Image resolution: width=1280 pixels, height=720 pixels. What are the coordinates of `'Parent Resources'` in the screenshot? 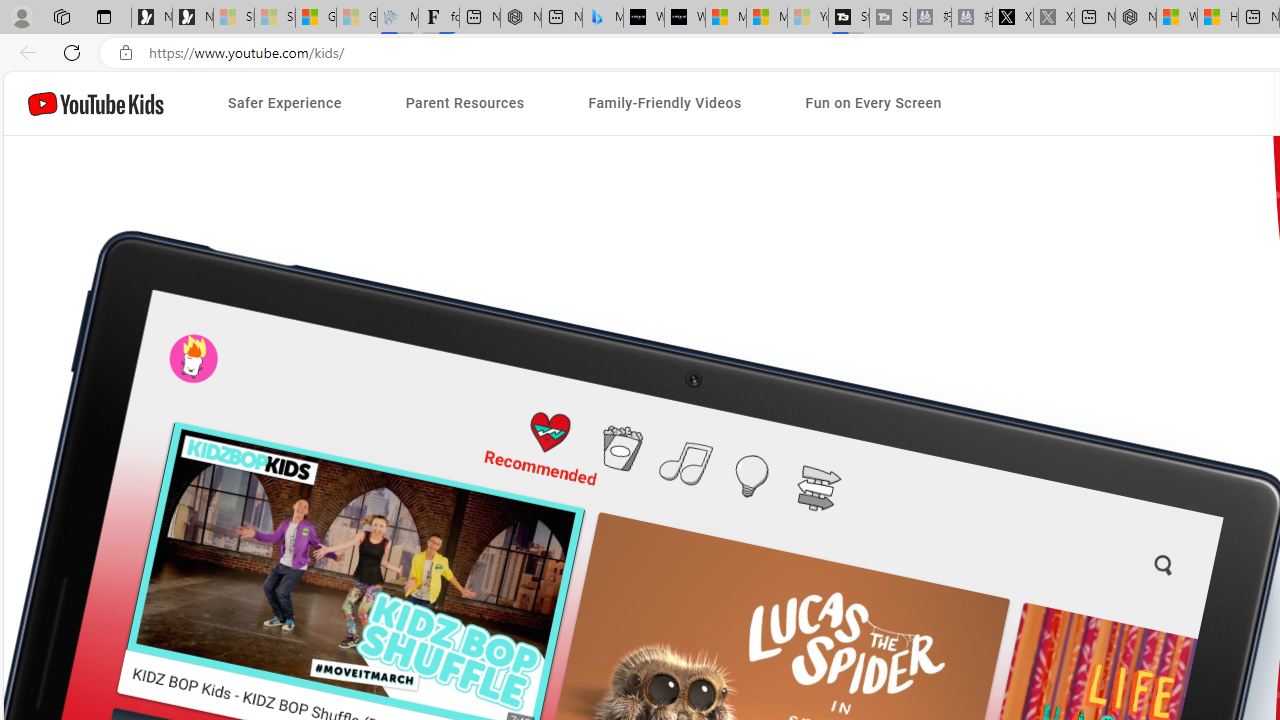 It's located at (463, 103).